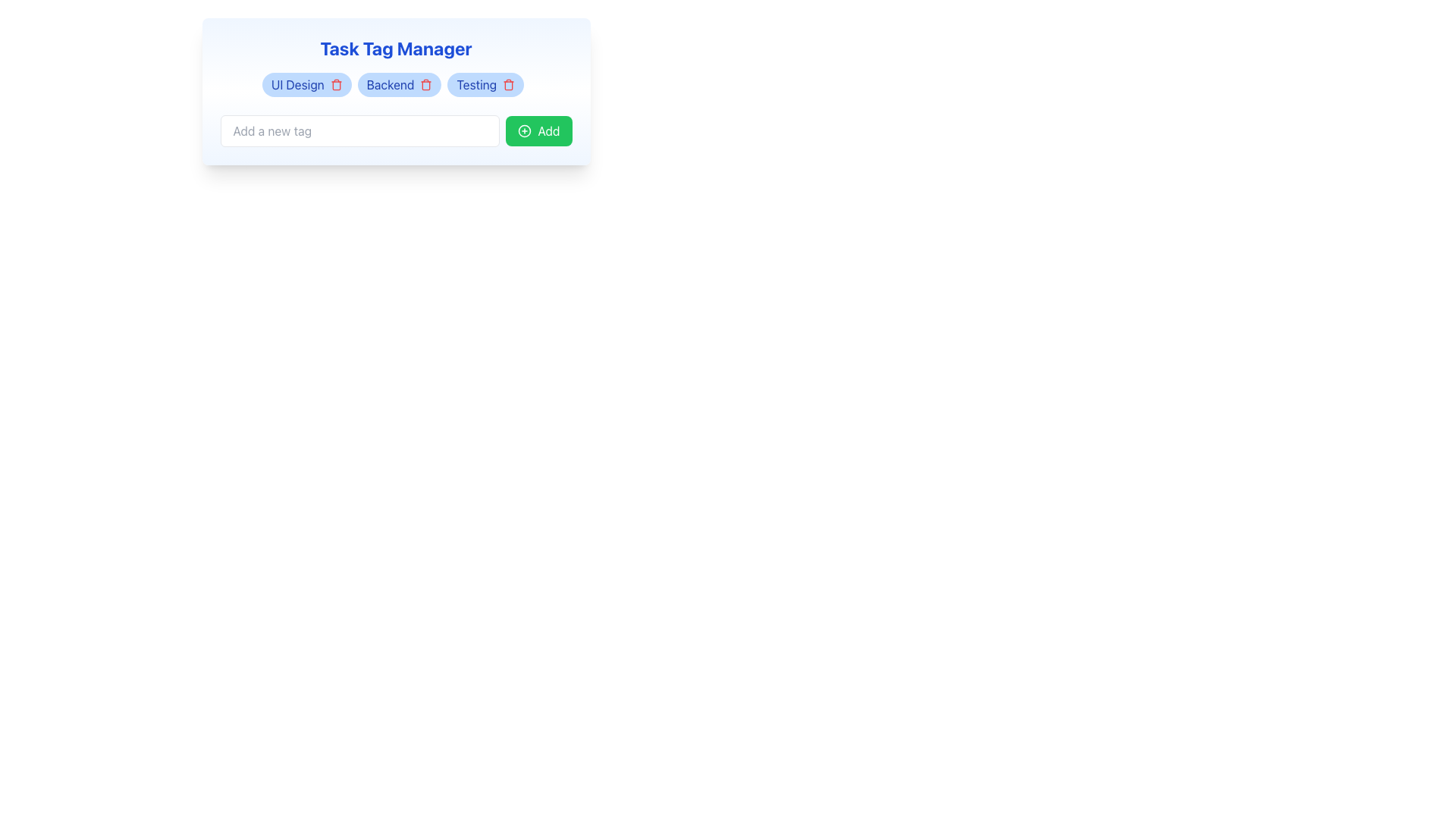  Describe the element at coordinates (396, 48) in the screenshot. I see `the static text element that displays 'Task Tag Manager' in bold blue font, positioned at the top of the card interface` at that location.